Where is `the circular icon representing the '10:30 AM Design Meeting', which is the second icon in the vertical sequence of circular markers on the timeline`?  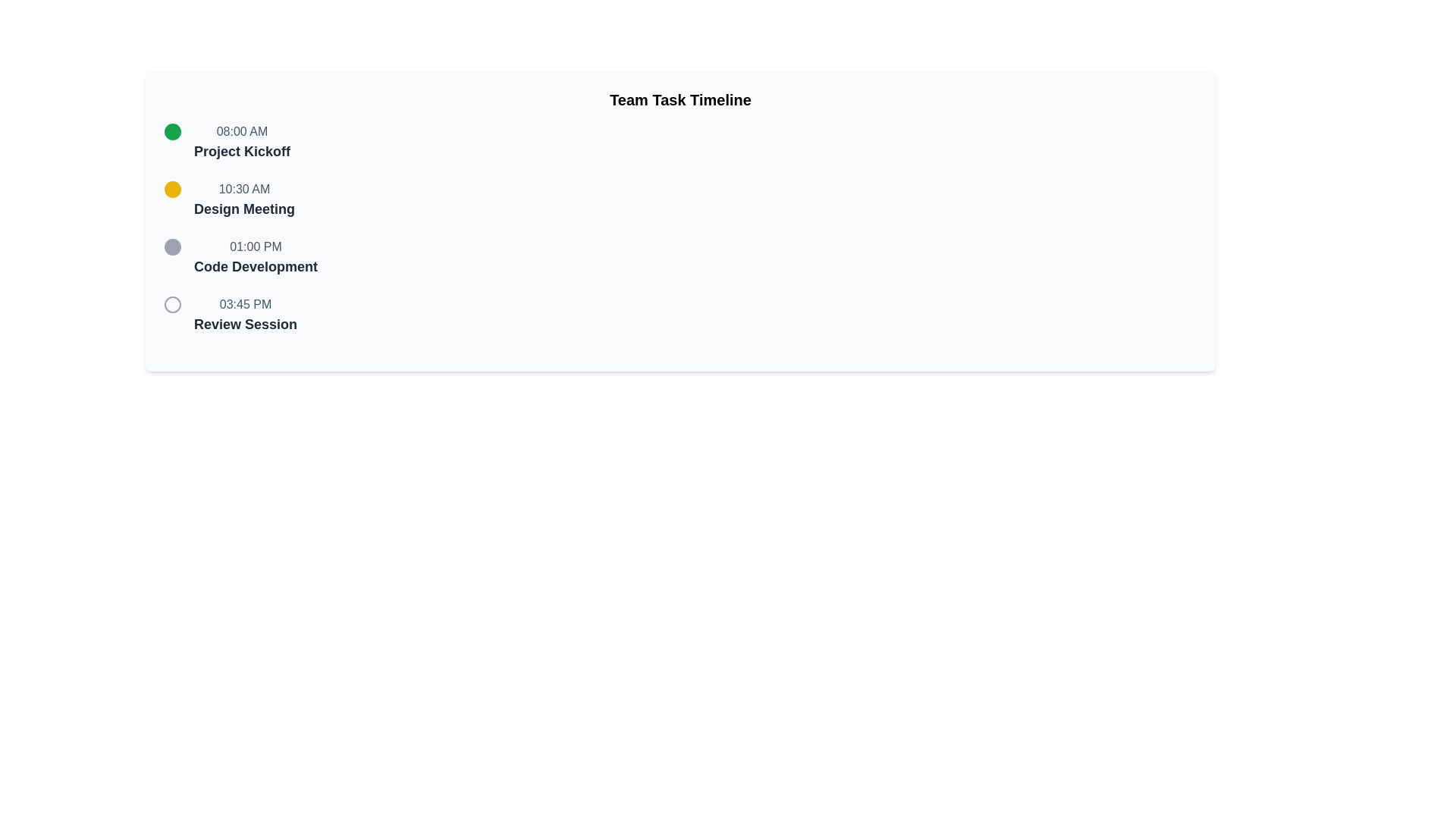 the circular icon representing the '10:30 AM Design Meeting', which is the second icon in the vertical sequence of circular markers on the timeline is located at coordinates (172, 189).